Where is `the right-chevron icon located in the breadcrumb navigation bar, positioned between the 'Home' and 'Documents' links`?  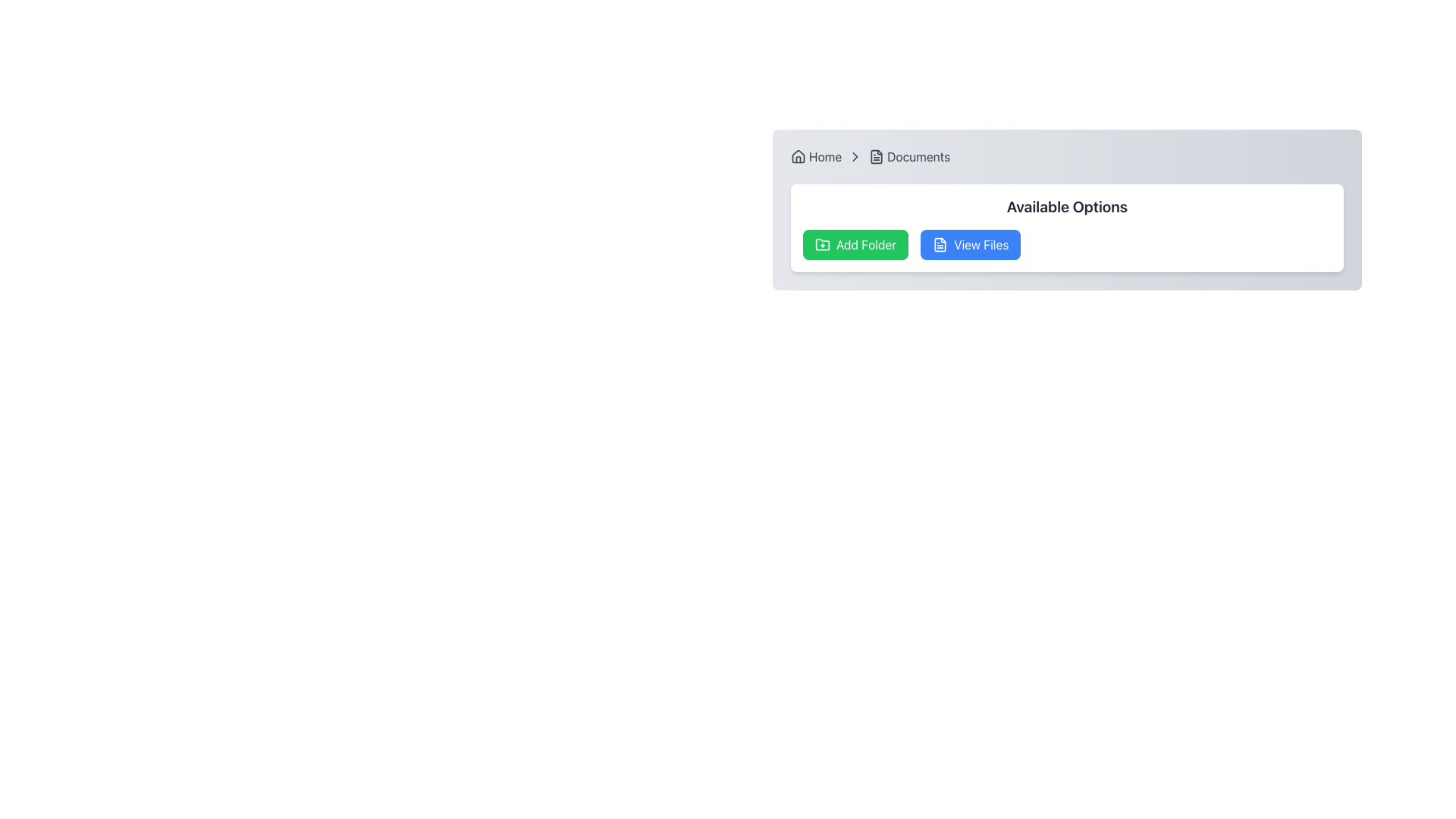
the right-chevron icon located in the breadcrumb navigation bar, positioned between the 'Home' and 'Documents' links is located at coordinates (855, 157).